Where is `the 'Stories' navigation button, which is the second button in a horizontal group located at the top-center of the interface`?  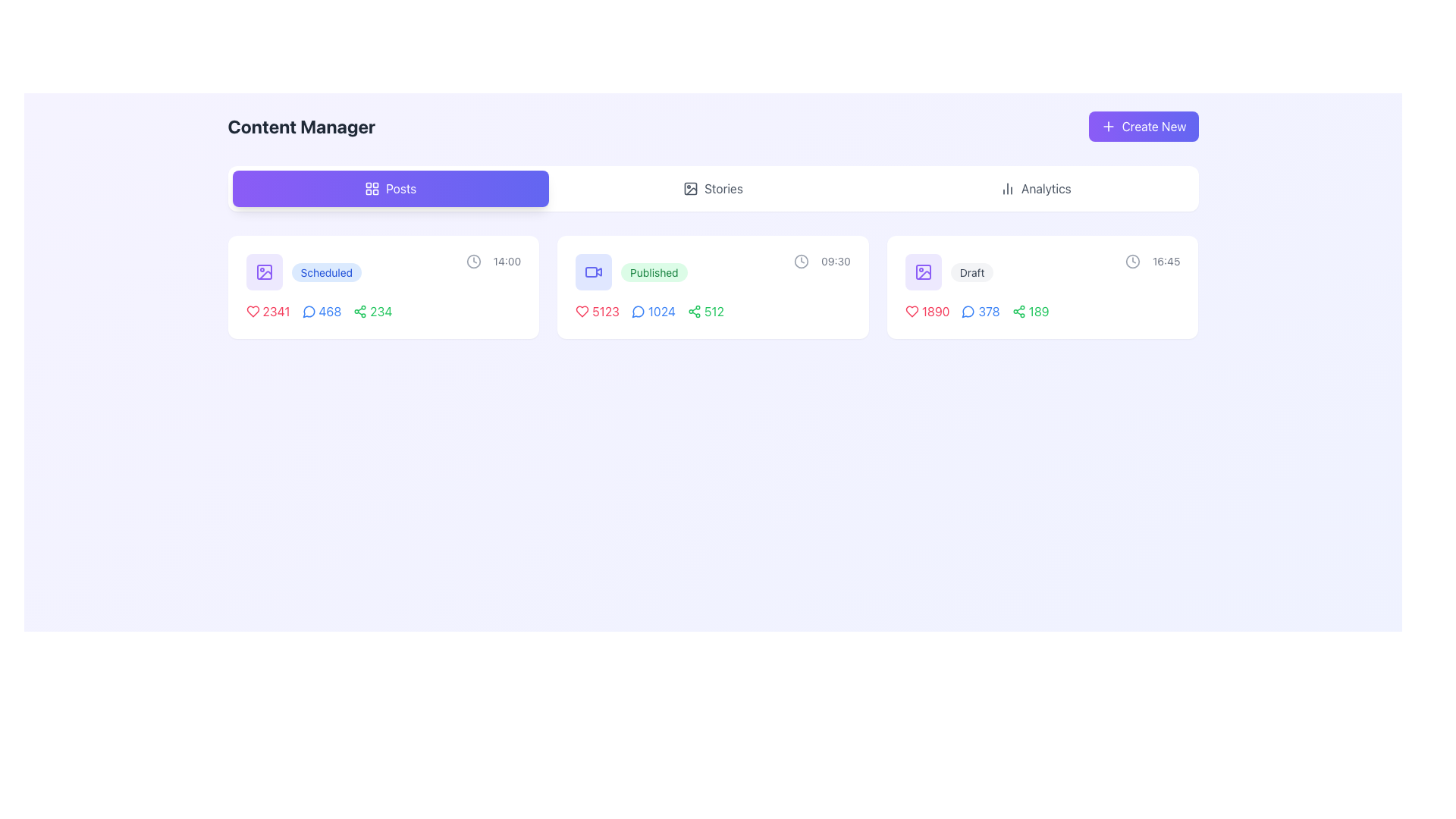 the 'Stories' navigation button, which is the second button in a horizontal group located at the top-center of the interface is located at coordinates (712, 188).